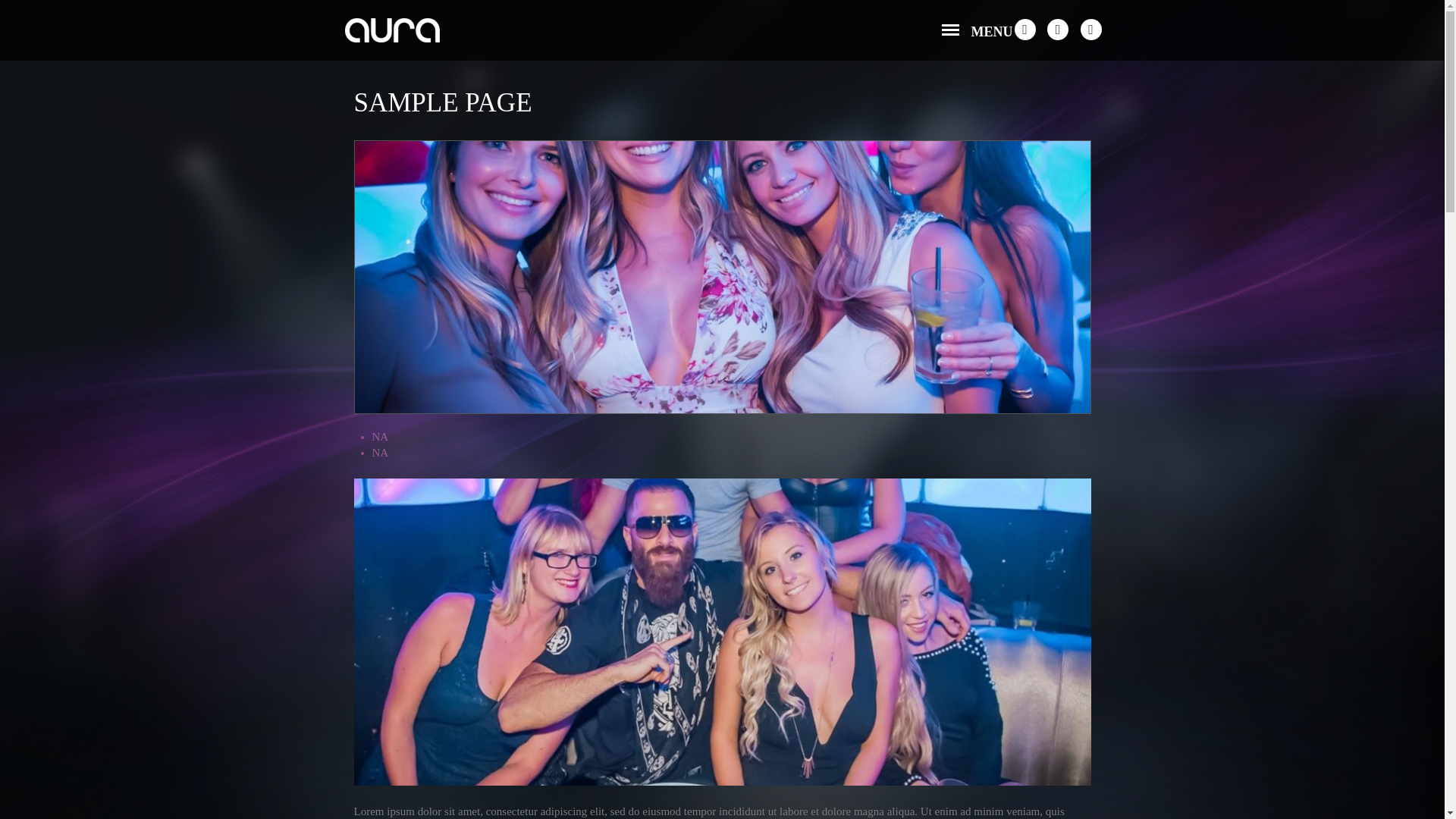  Describe the element at coordinates (379, 436) in the screenshot. I see `'NA'` at that location.